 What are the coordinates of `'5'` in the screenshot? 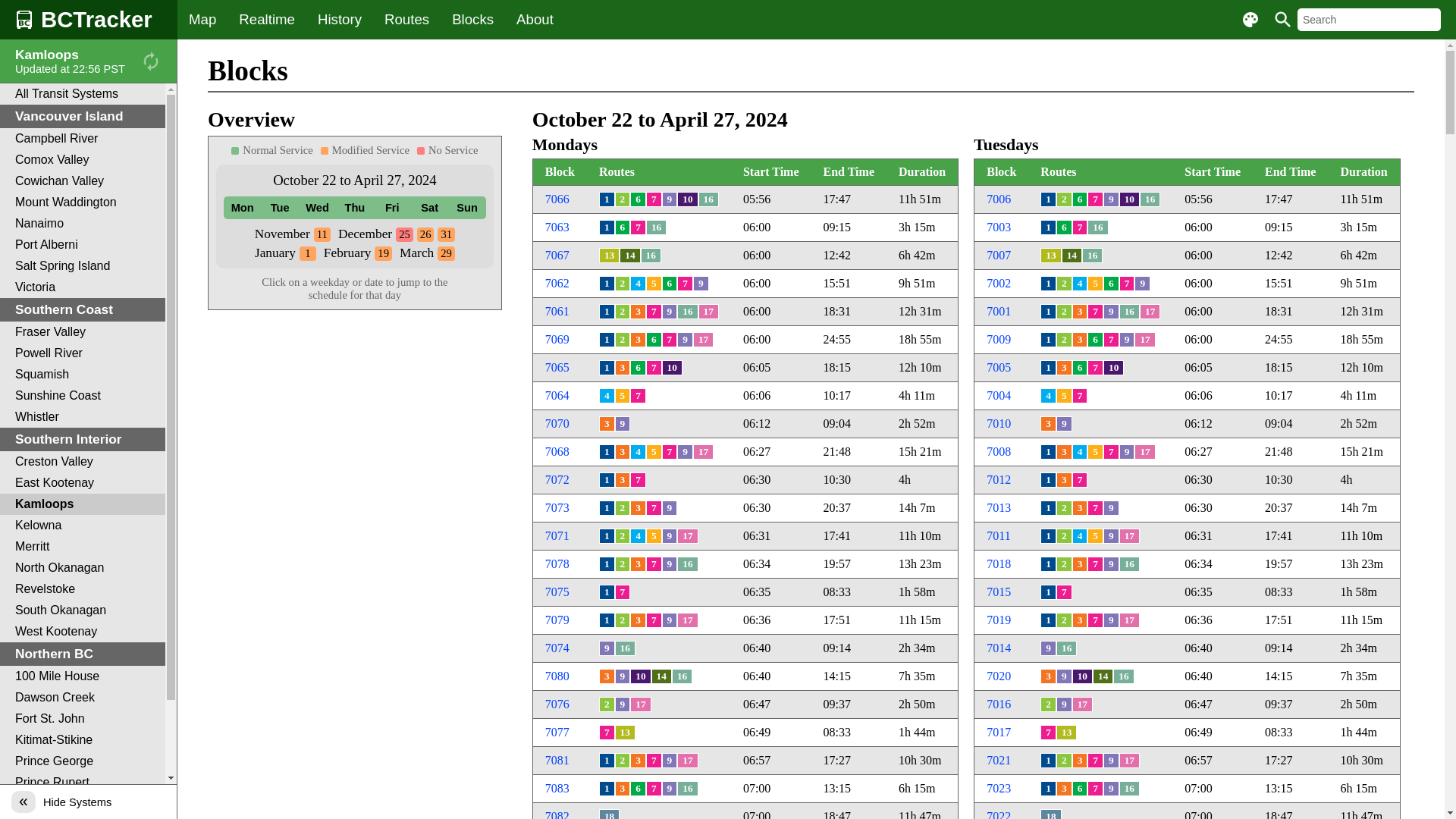 It's located at (1095, 451).